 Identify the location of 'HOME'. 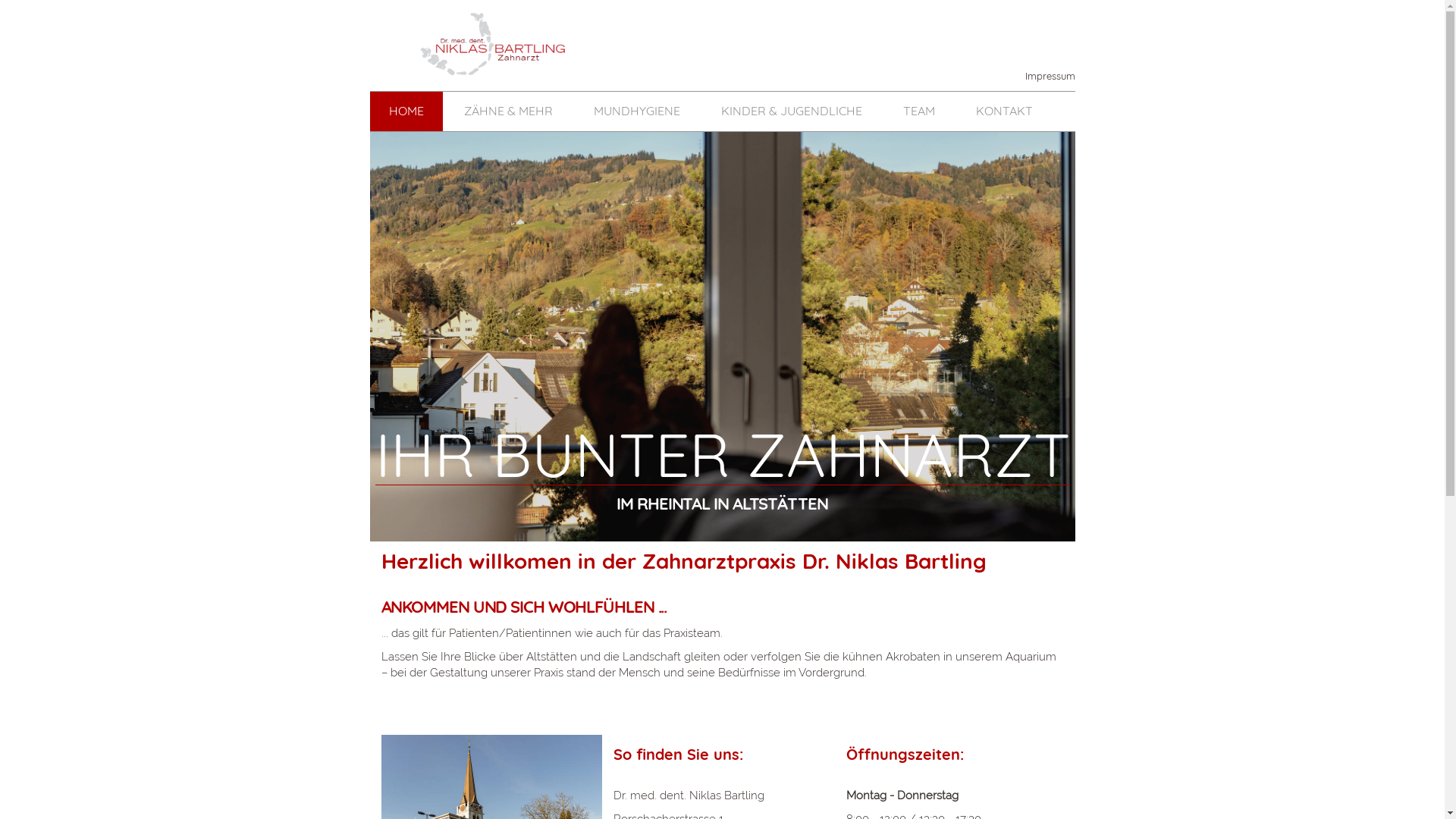
(406, 110).